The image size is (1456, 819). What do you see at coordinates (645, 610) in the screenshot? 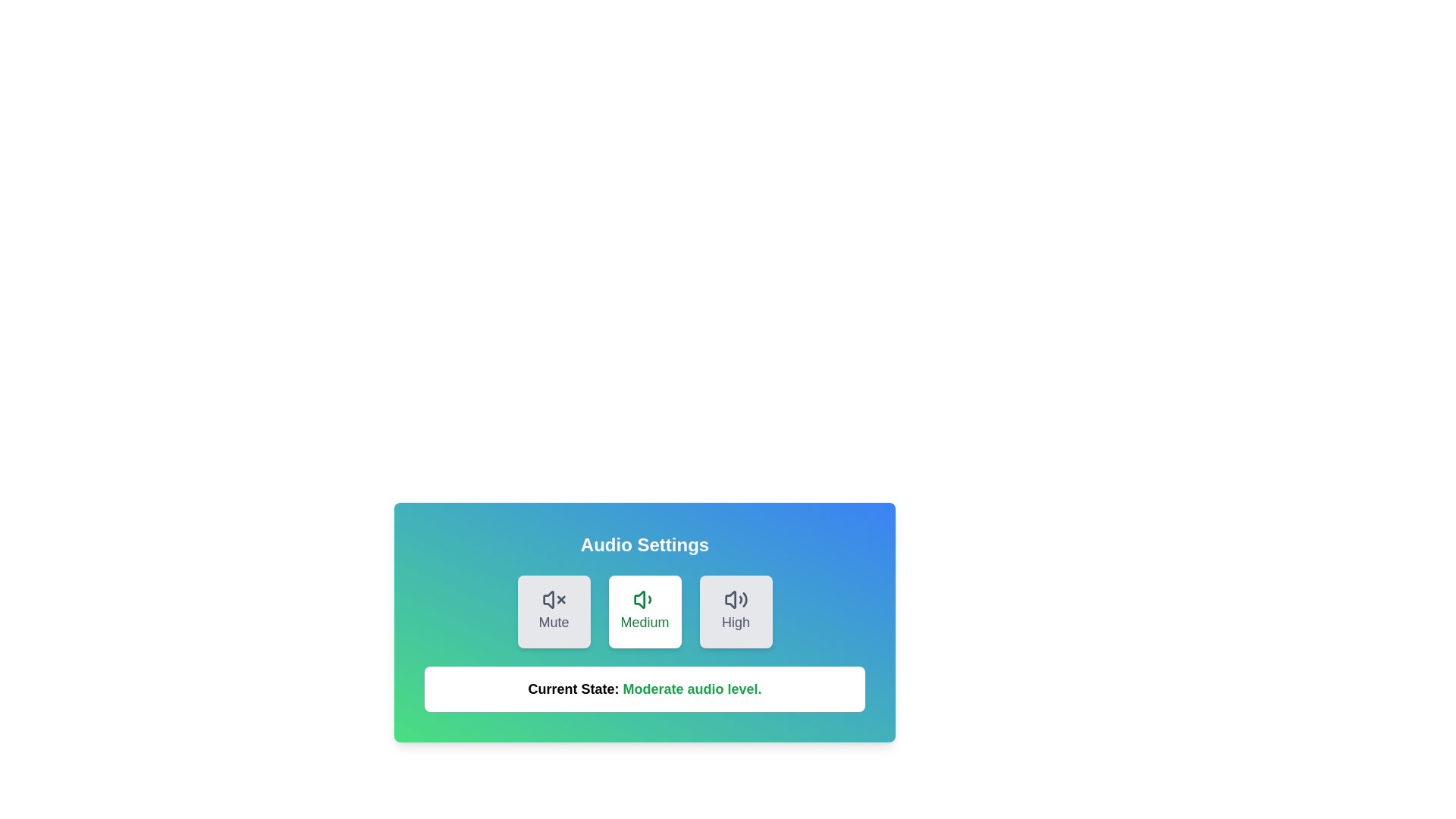
I see `the button corresponding to the desired volume level: Medium` at bounding box center [645, 610].